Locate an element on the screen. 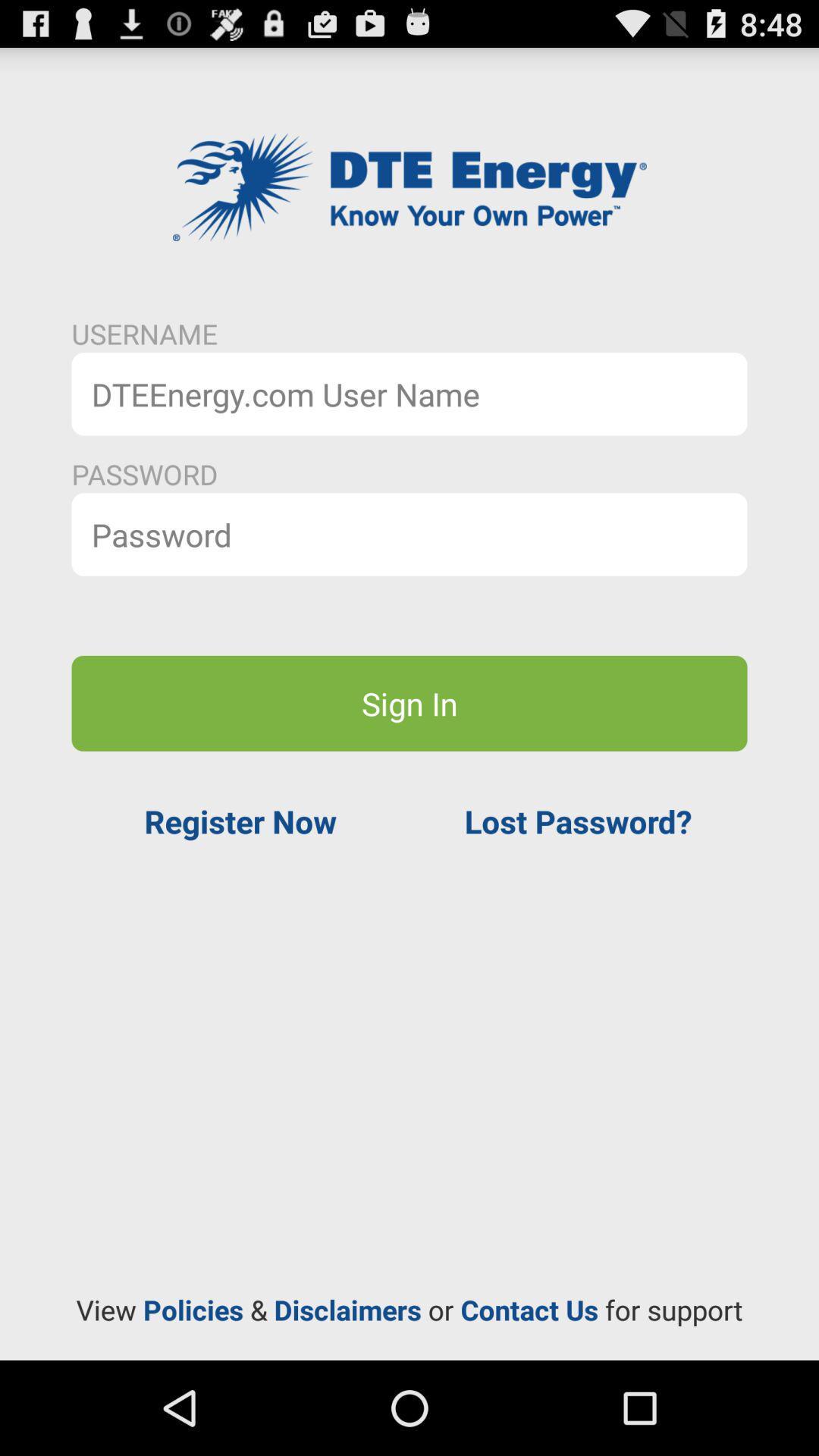  the app on the right is located at coordinates (578, 821).